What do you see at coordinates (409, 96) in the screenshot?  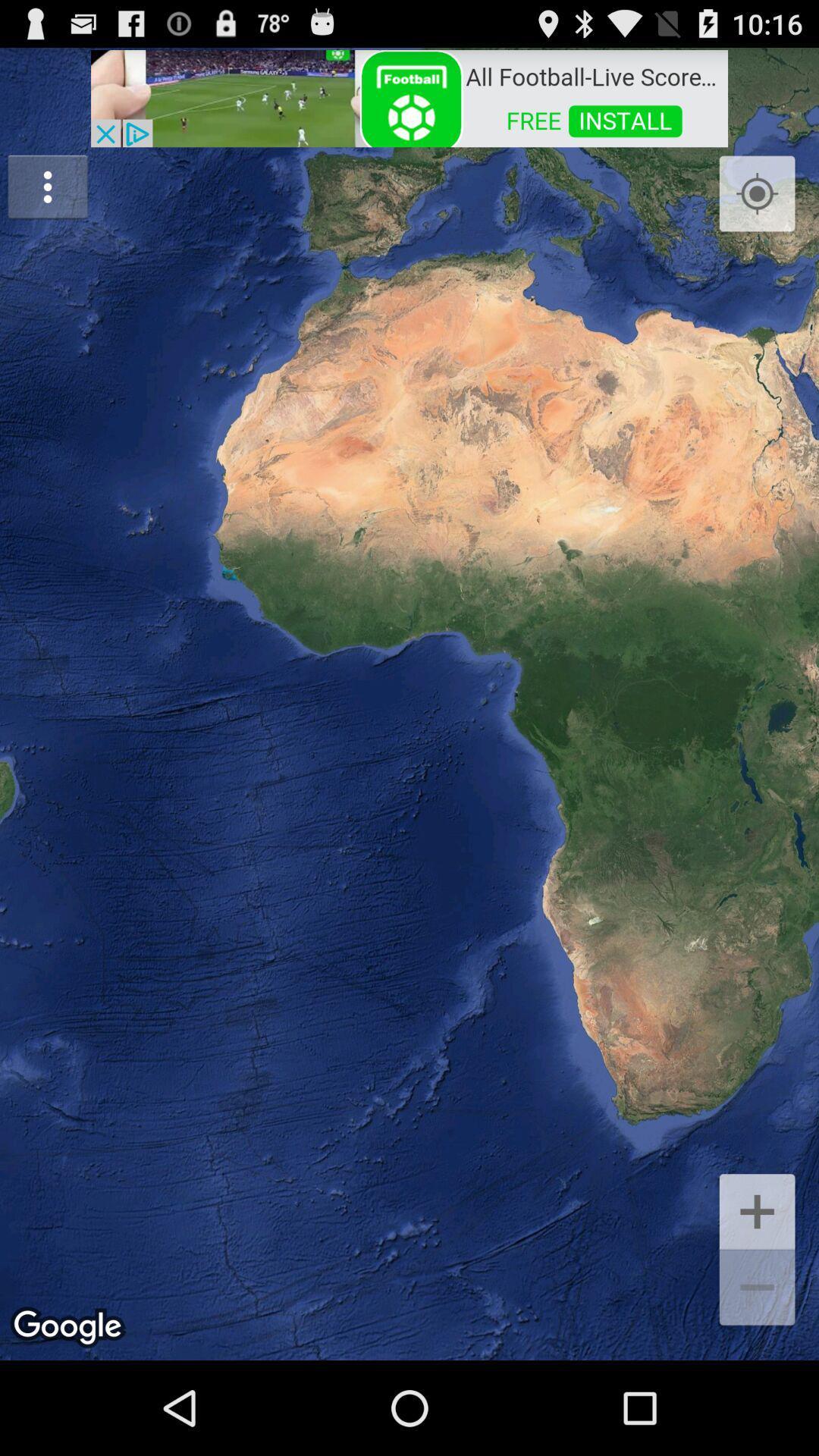 I see `advertisement website` at bounding box center [409, 96].